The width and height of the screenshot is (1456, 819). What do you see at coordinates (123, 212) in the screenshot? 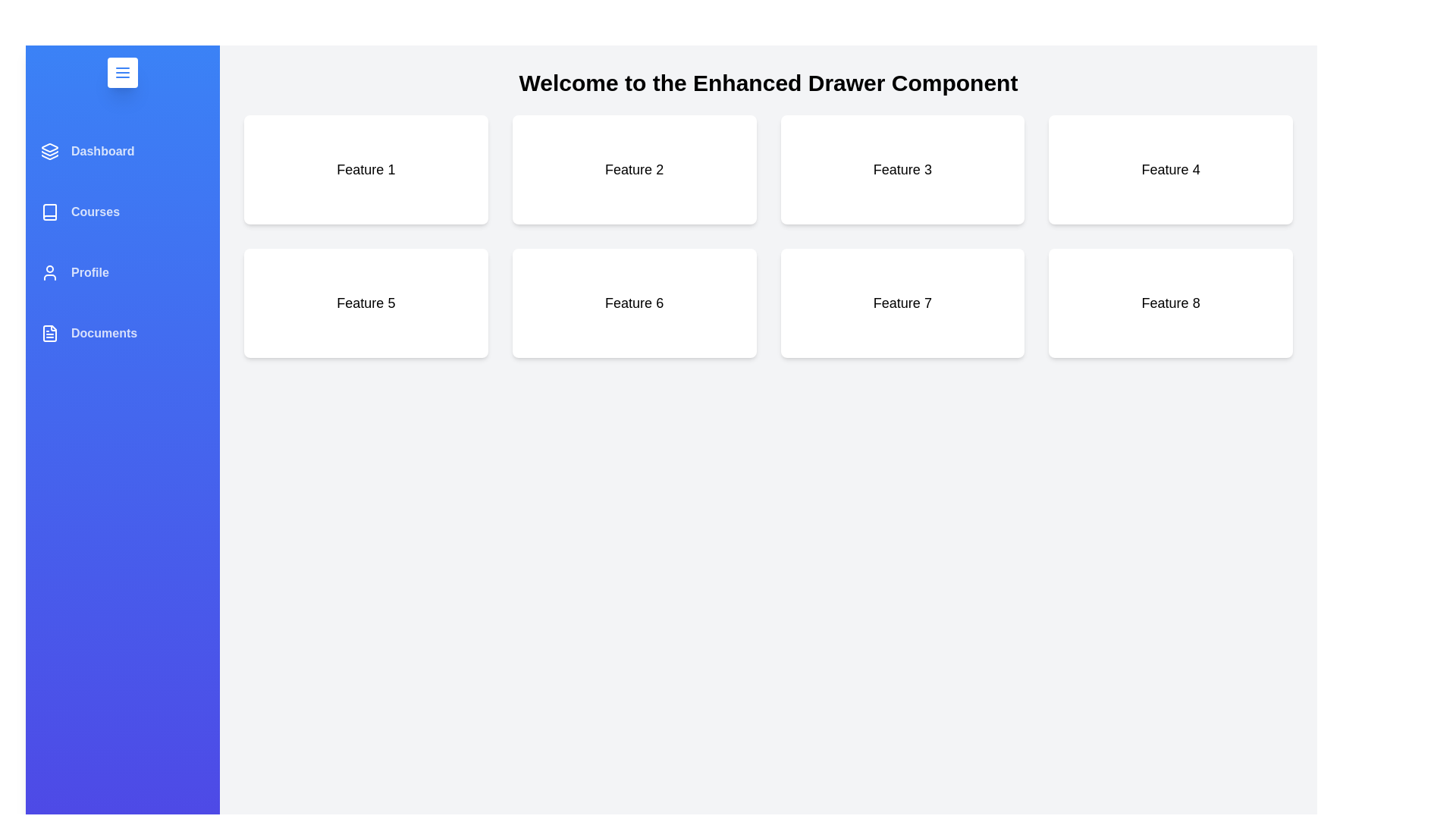
I see `the menu item Courses to reveal its hover effect` at bounding box center [123, 212].